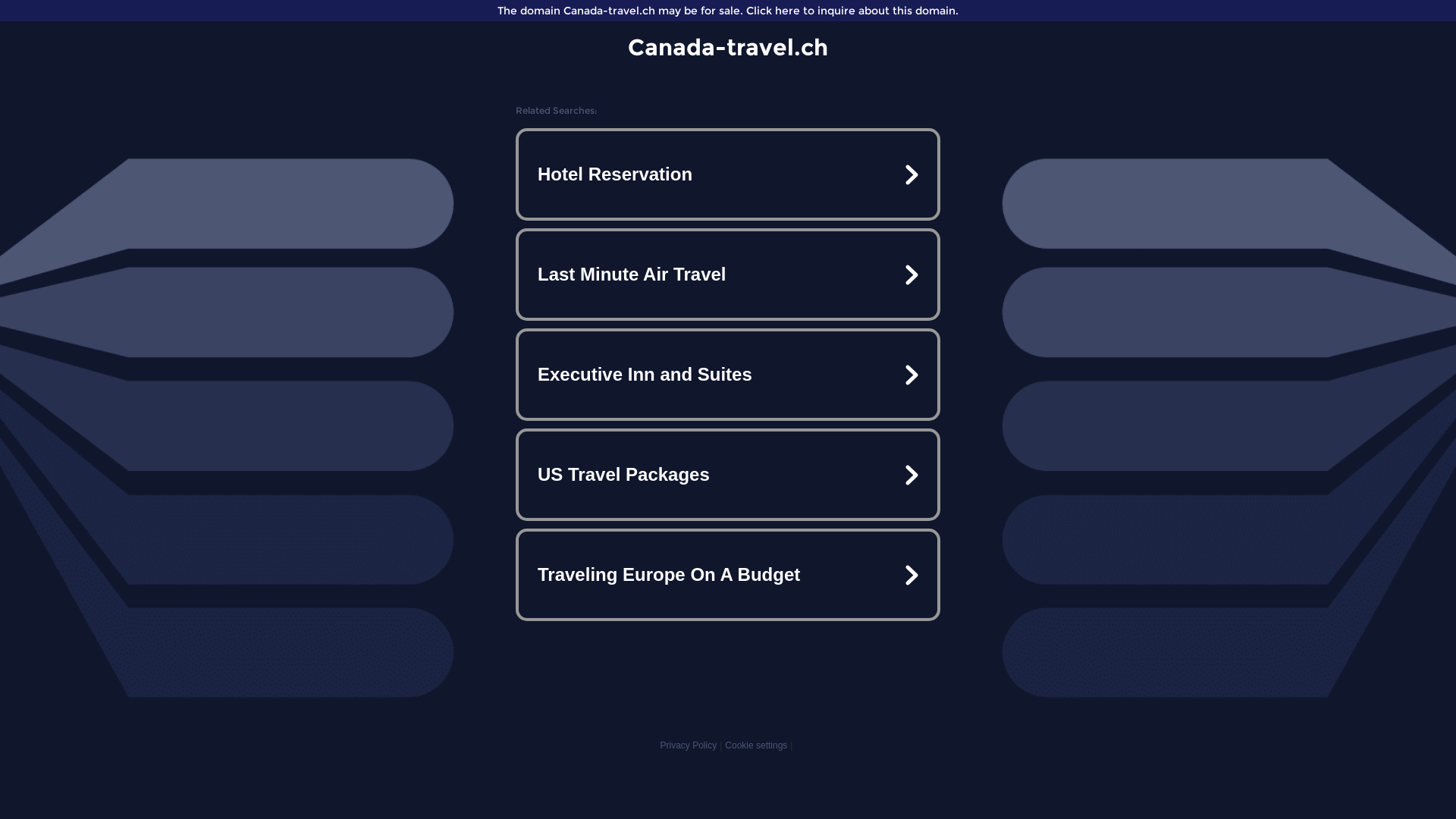 The width and height of the screenshot is (1456, 819). I want to click on 'Traveling Europe On A Budget', so click(728, 575).